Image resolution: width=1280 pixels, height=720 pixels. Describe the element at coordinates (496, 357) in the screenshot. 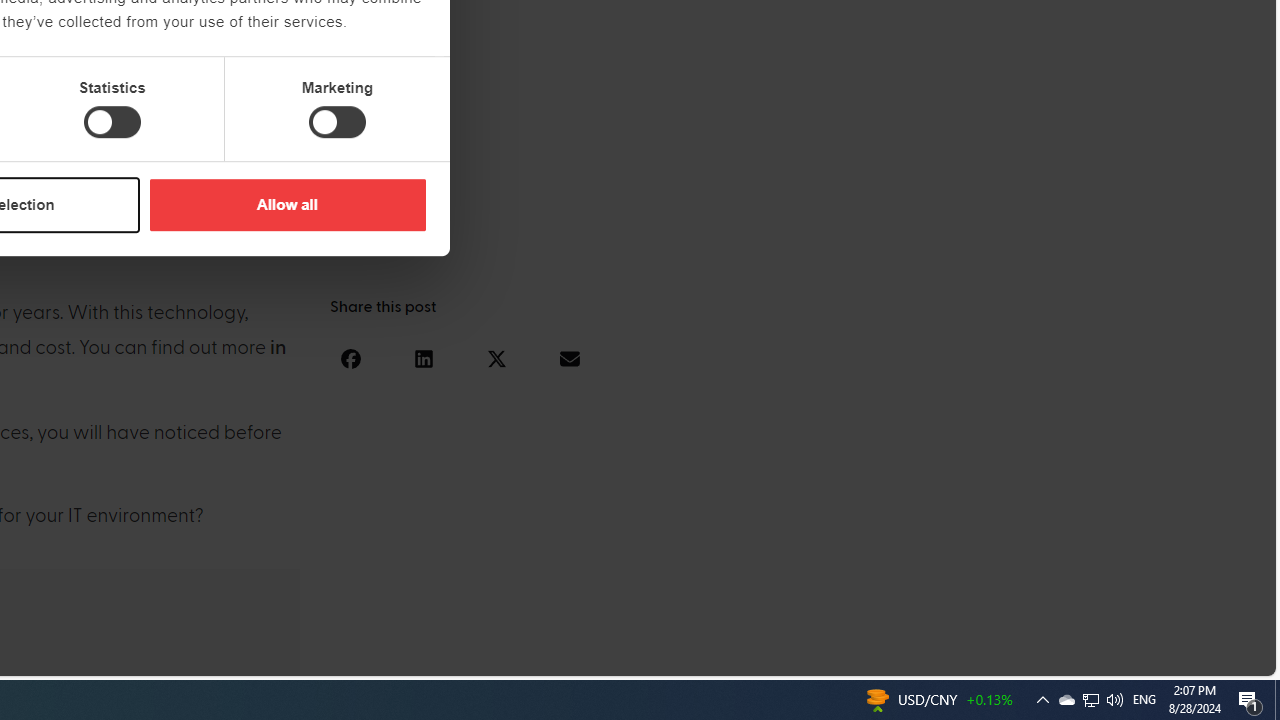

I see `'Share on x-twitter'` at that location.